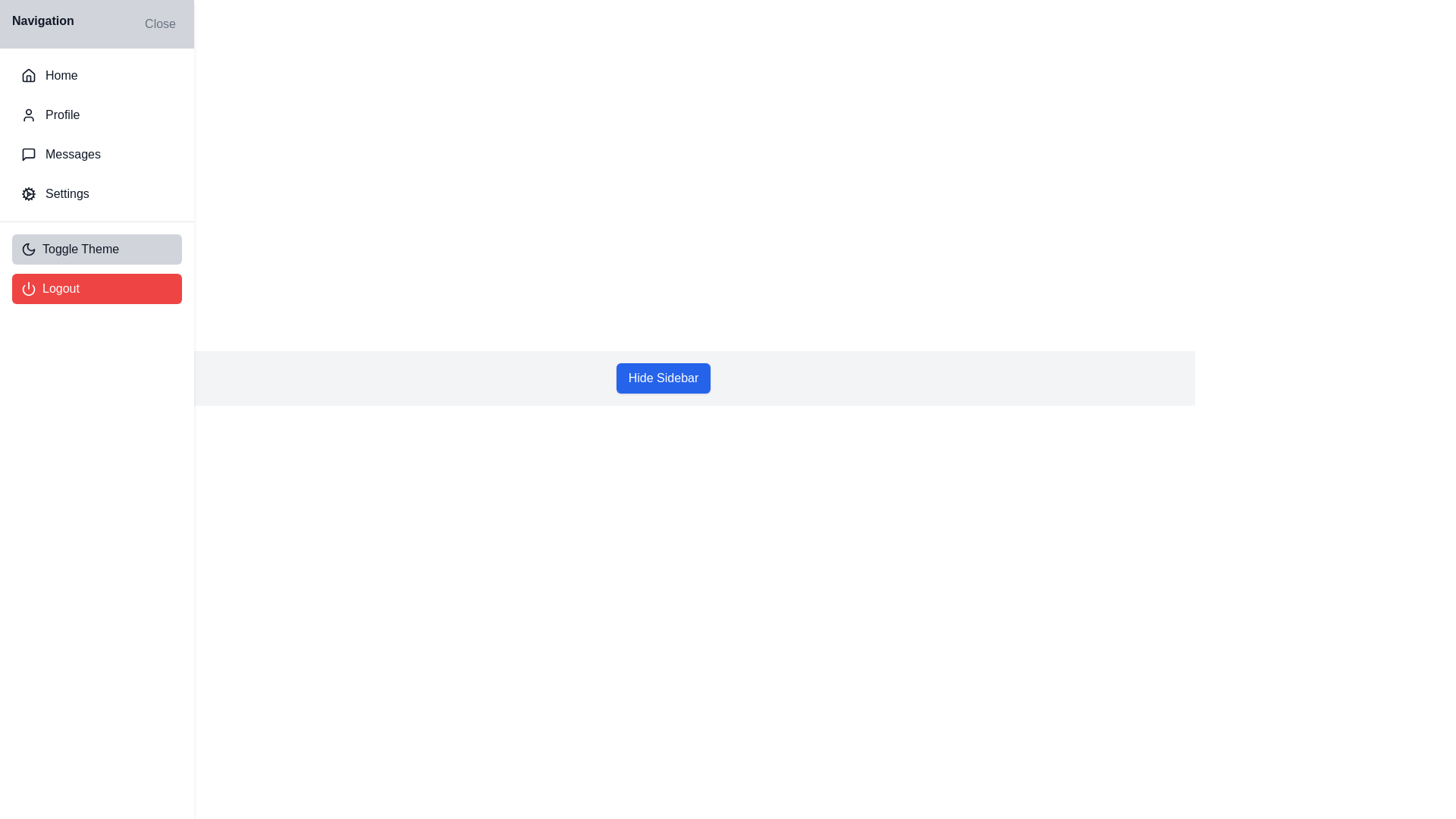  What do you see at coordinates (160, 24) in the screenshot?
I see `the 'Close' button, which is a text-based button styled with a gray color scheme and positioned to the far right of the 'Navigation' title in the header area` at bounding box center [160, 24].